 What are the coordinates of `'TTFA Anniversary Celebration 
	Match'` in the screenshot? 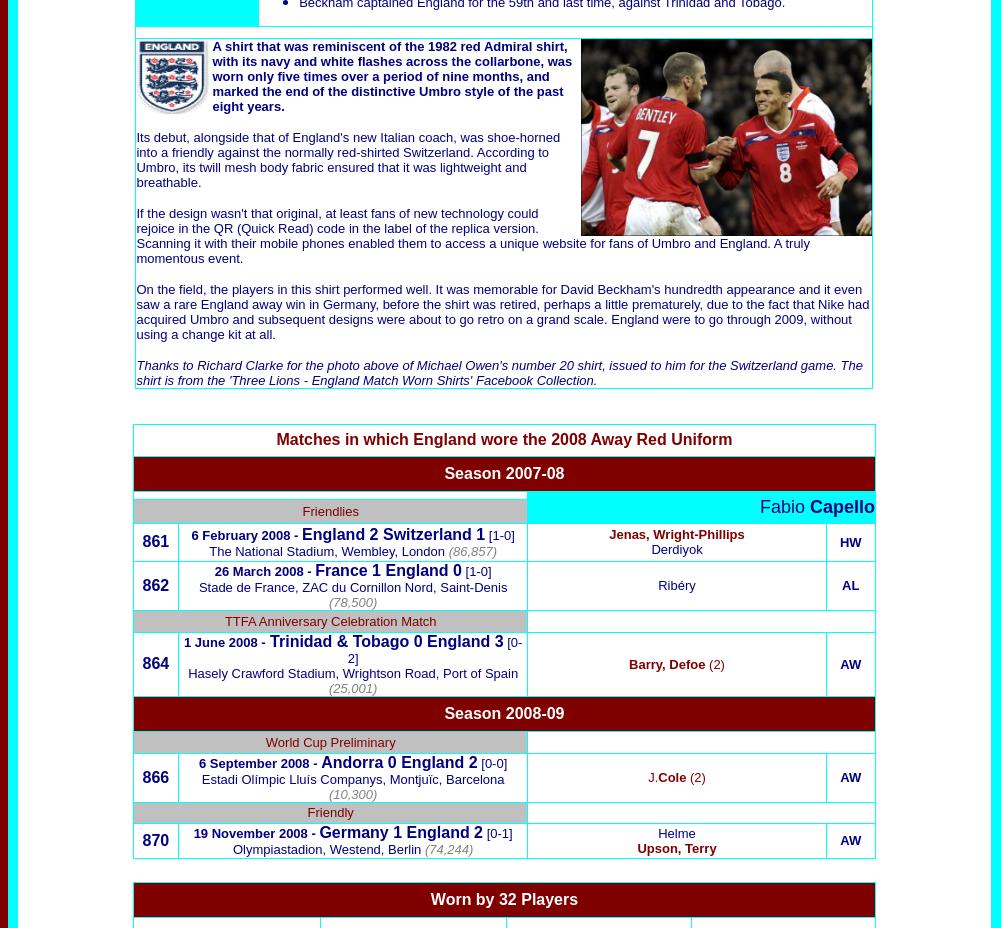 It's located at (330, 620).